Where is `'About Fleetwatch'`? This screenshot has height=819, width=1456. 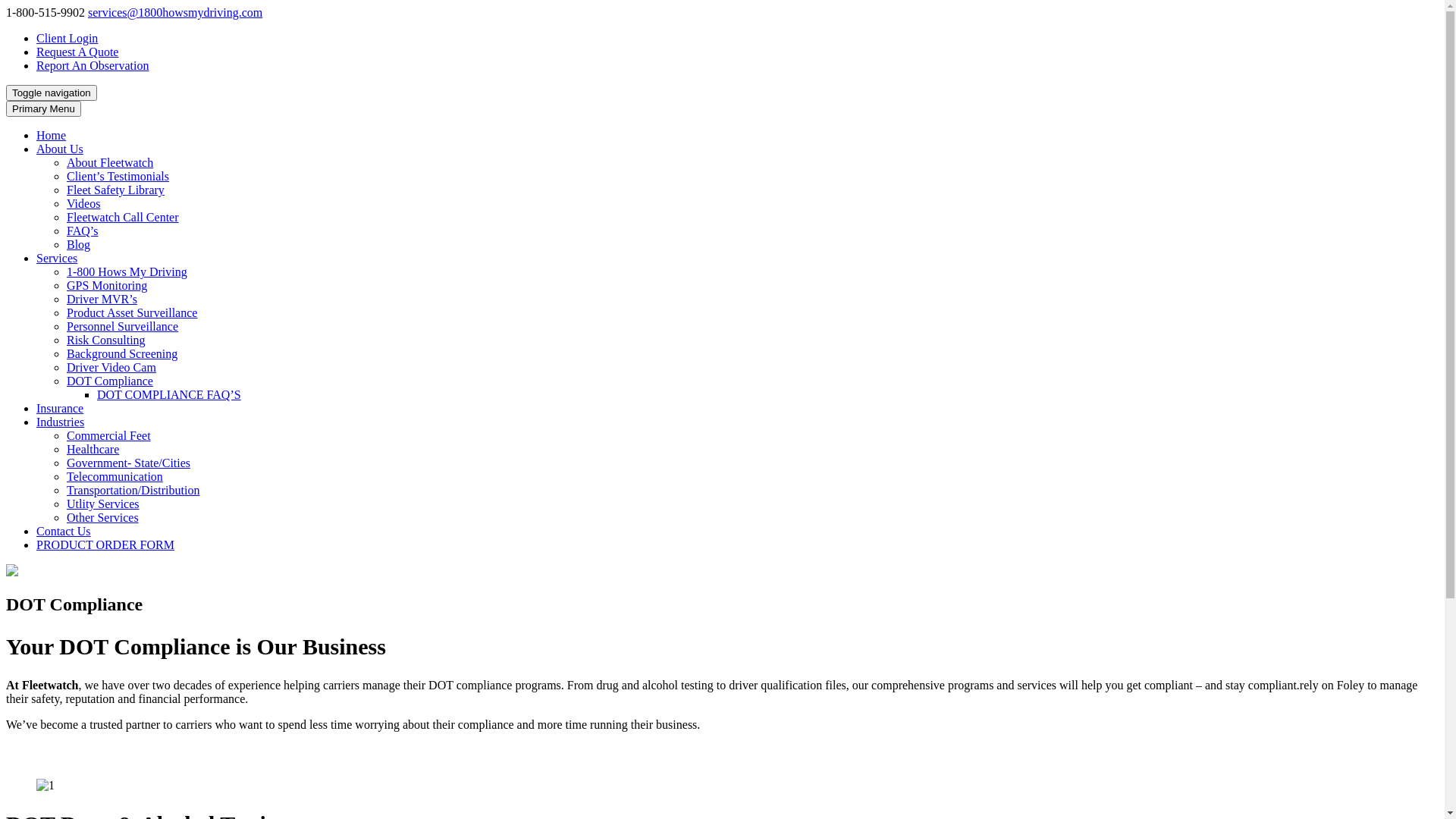
'About Fleetwatch' is located at coordinates (108, 162).